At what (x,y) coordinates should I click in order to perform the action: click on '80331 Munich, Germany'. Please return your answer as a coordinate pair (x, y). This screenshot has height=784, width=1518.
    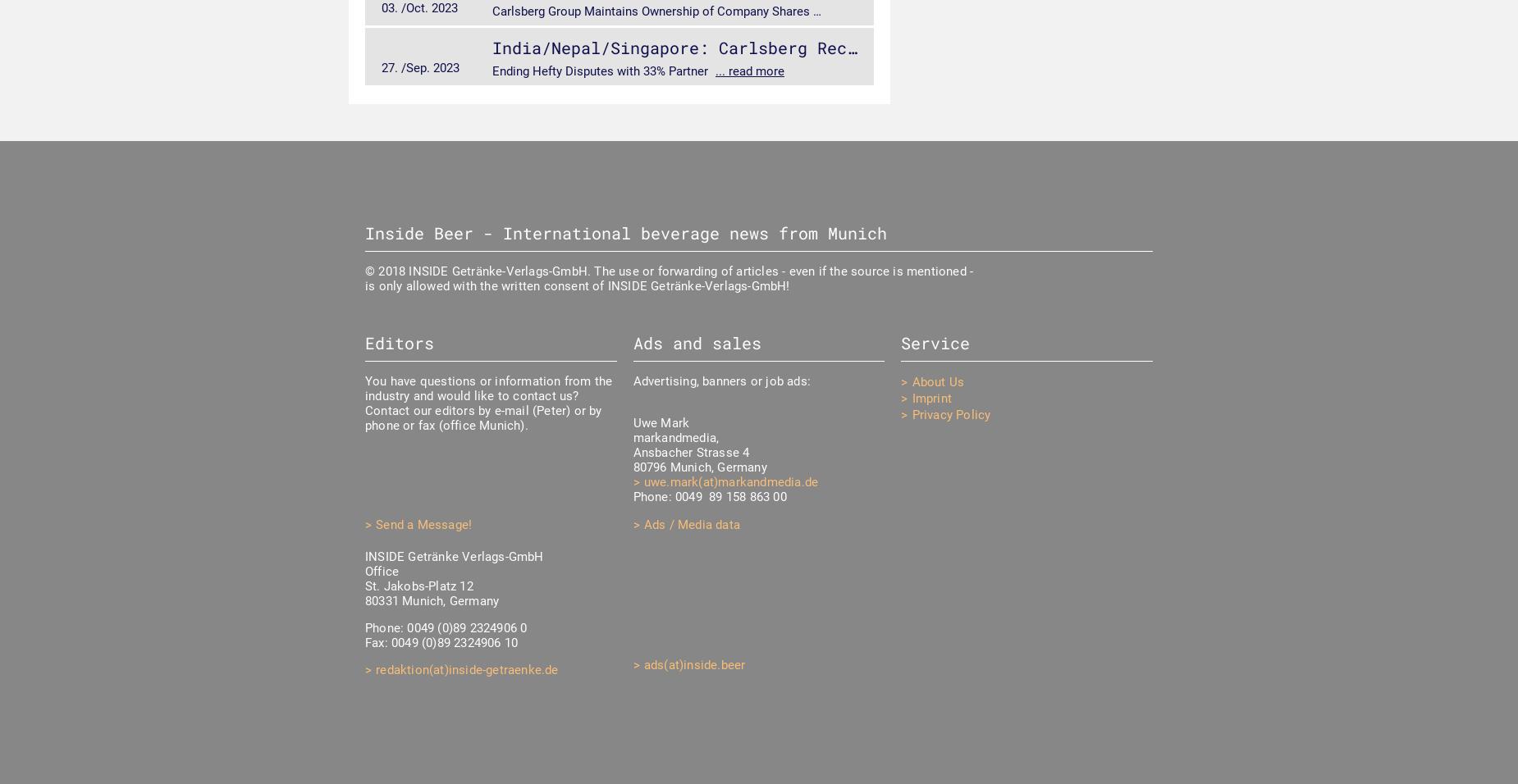
    Looking at the image, I should click on (432, 599).